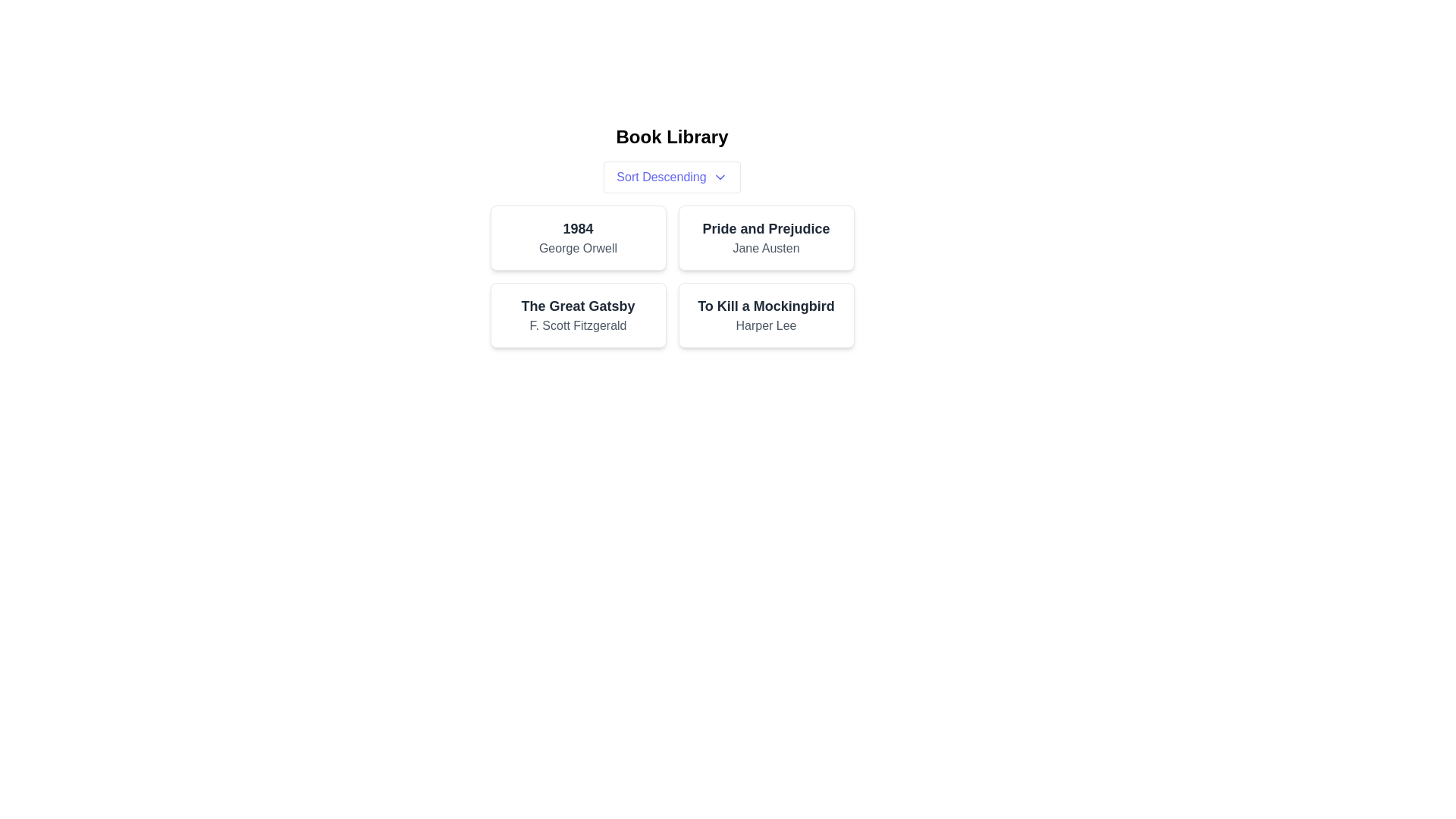 This screenshot has height=819, width=1456. I want to click on the display card showing the title and author of a book, located in the bottom-left quadrant of a two-by-two grid, specifically the third card in the layout, so click(577, 315).